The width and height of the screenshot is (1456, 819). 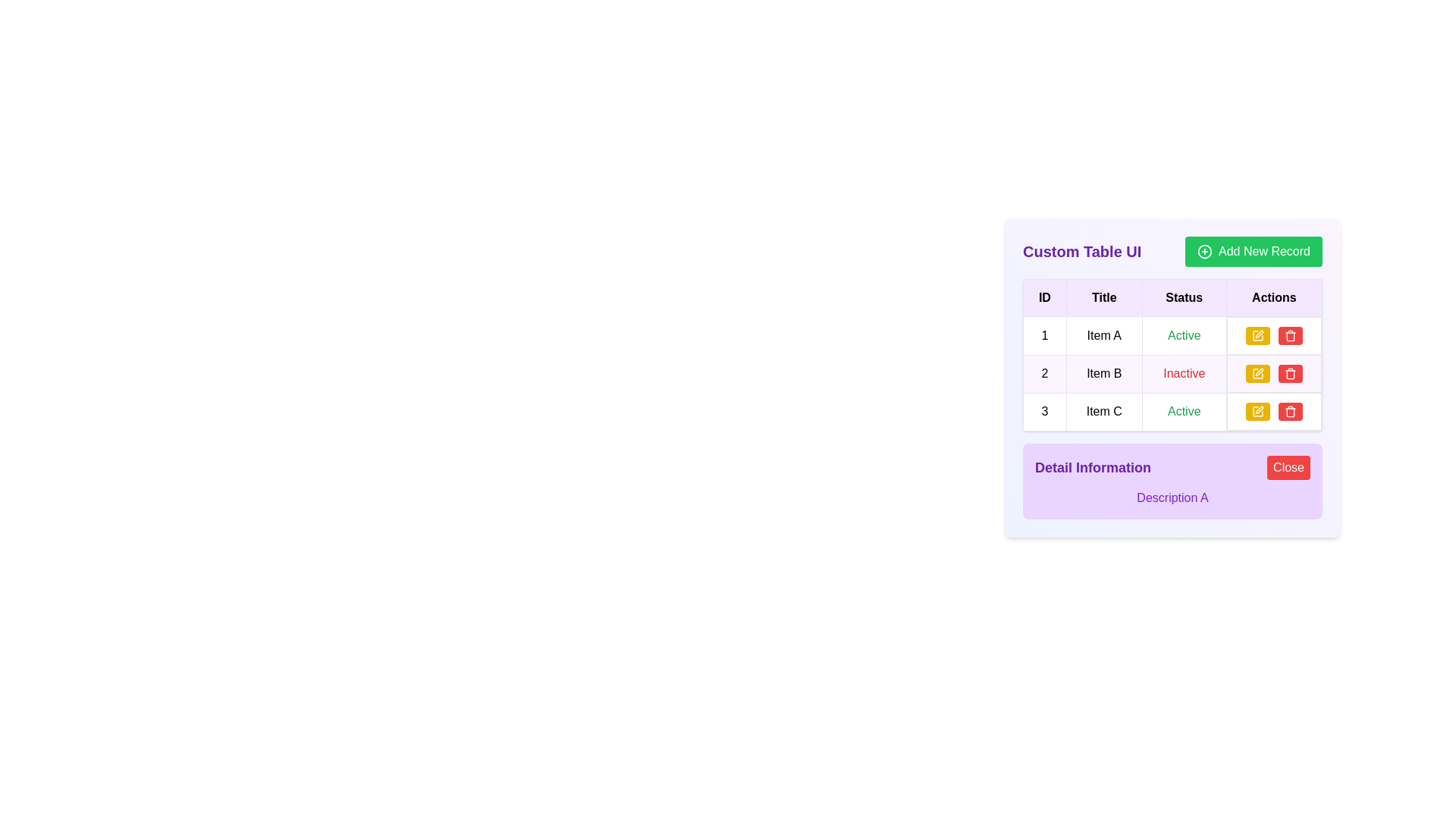 I want to click on the static text element displaying the ID of the second item in the 'Custom Table UI', located in the first column of the second row, so click(x=1043, y=374).